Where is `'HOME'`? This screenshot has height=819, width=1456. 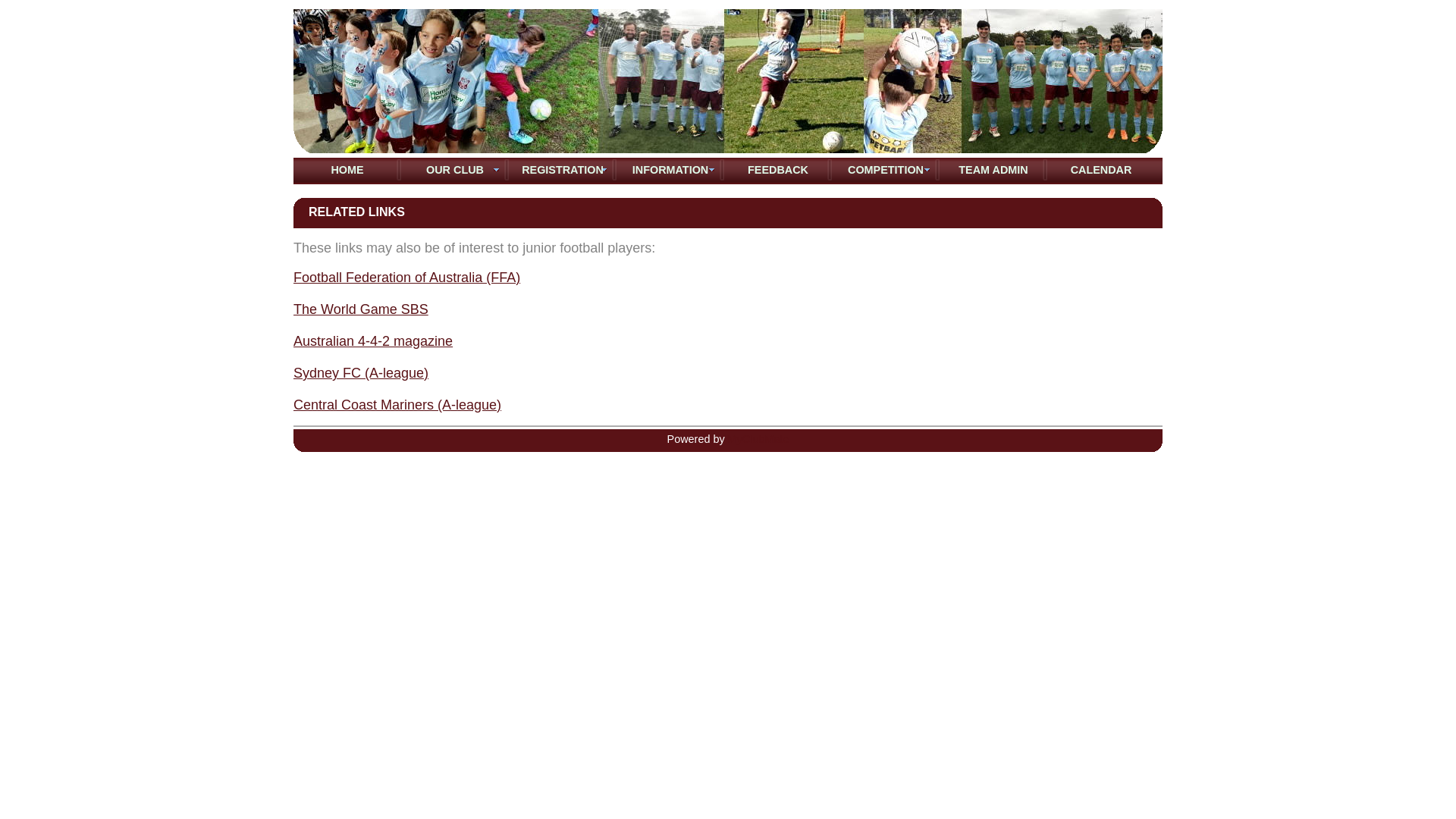 'HOME' is located at coordinates (346, 169).